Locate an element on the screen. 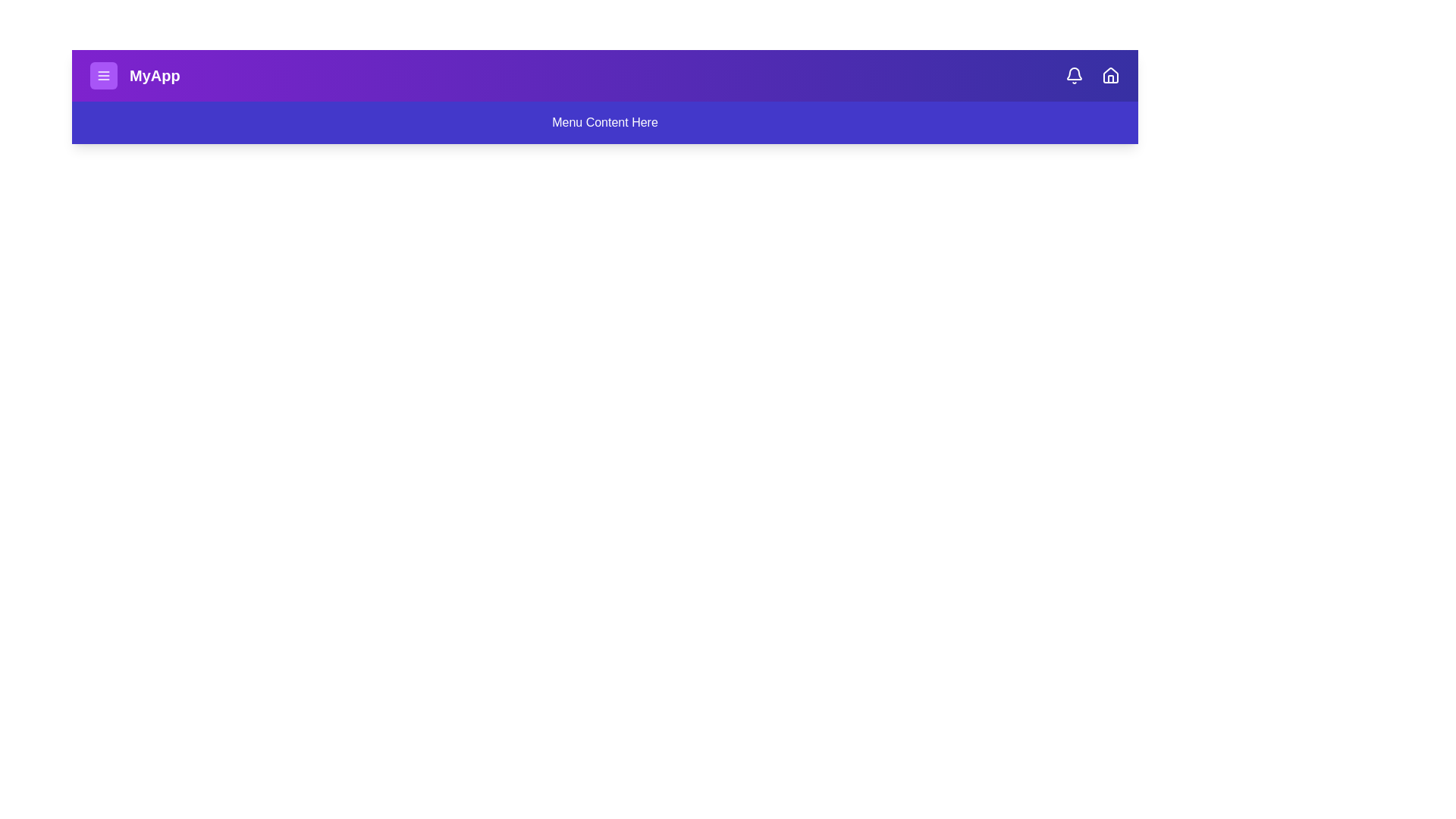 The width and height of the screenshot is (1456, 819). the application title text 'MyApp' is located at coordinates (154, 76).